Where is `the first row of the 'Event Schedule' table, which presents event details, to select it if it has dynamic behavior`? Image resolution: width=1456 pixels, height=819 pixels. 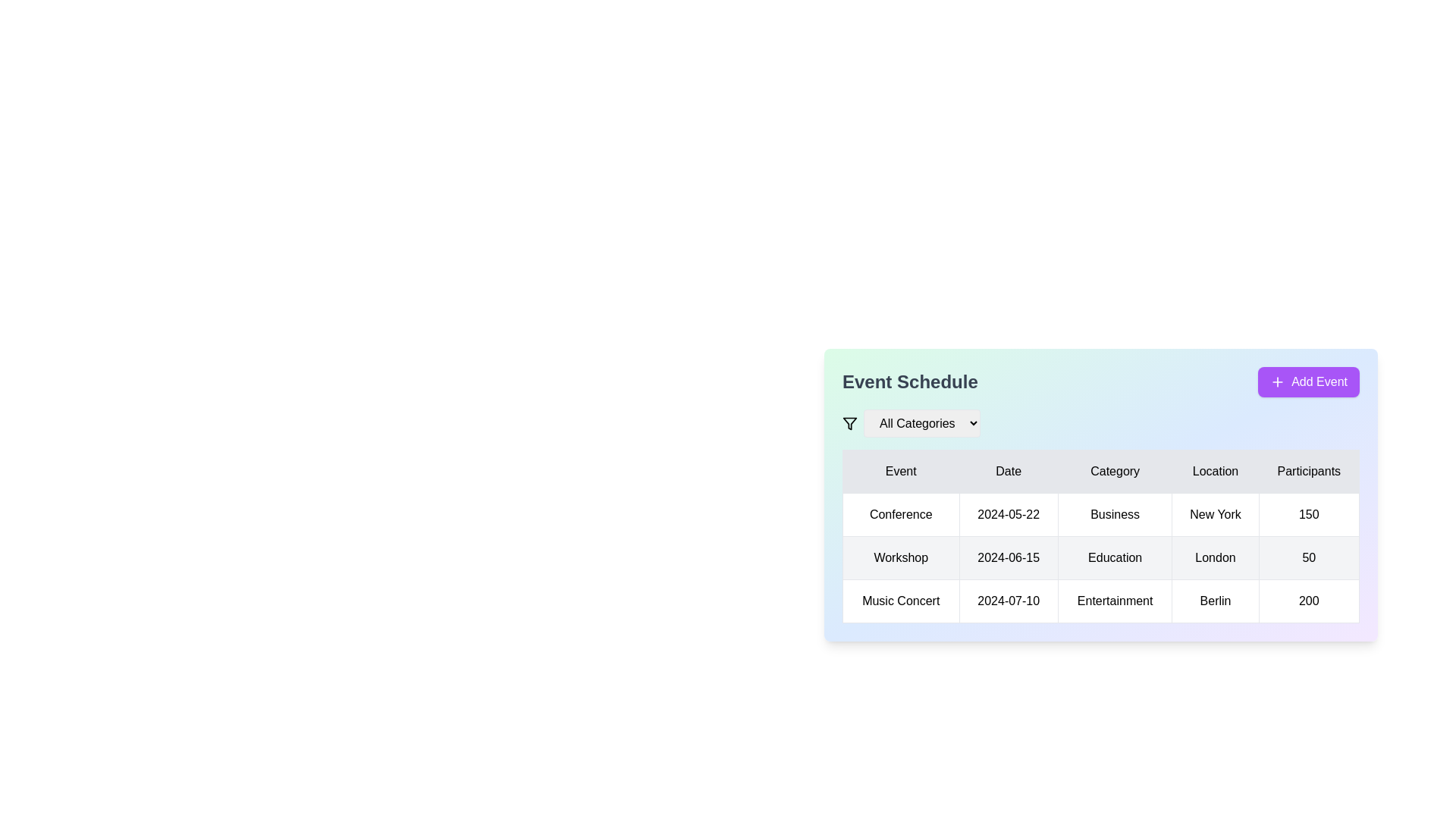
the first row of the 'Event Schedule' table, which presents event details, to select it if it has dynamic behavior is located at coordinates (1100, 513).